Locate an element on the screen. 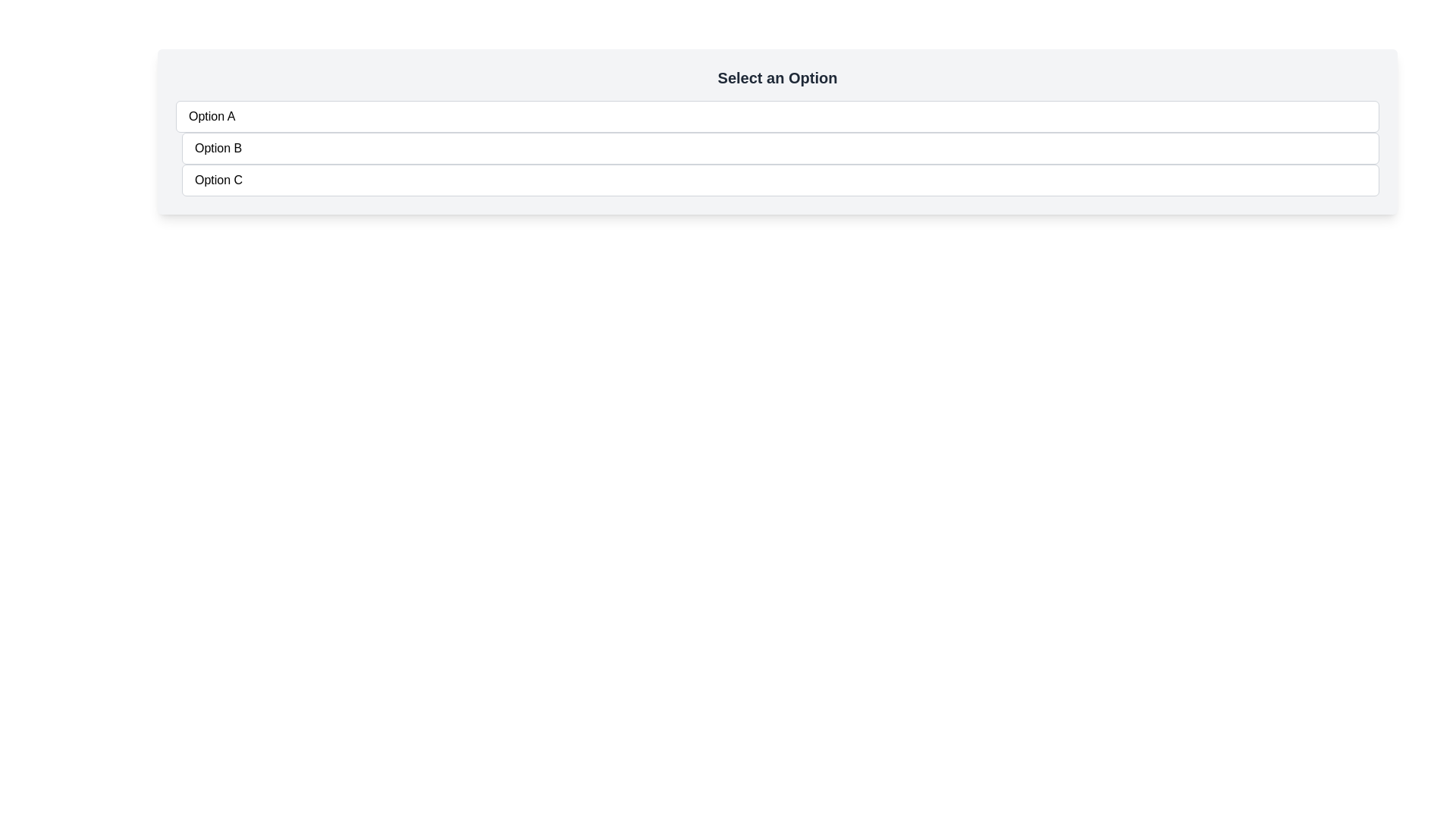 The height and width of the screenshot is (819, 1456). the third selectable option in the list is located at coordinates (780, 180).